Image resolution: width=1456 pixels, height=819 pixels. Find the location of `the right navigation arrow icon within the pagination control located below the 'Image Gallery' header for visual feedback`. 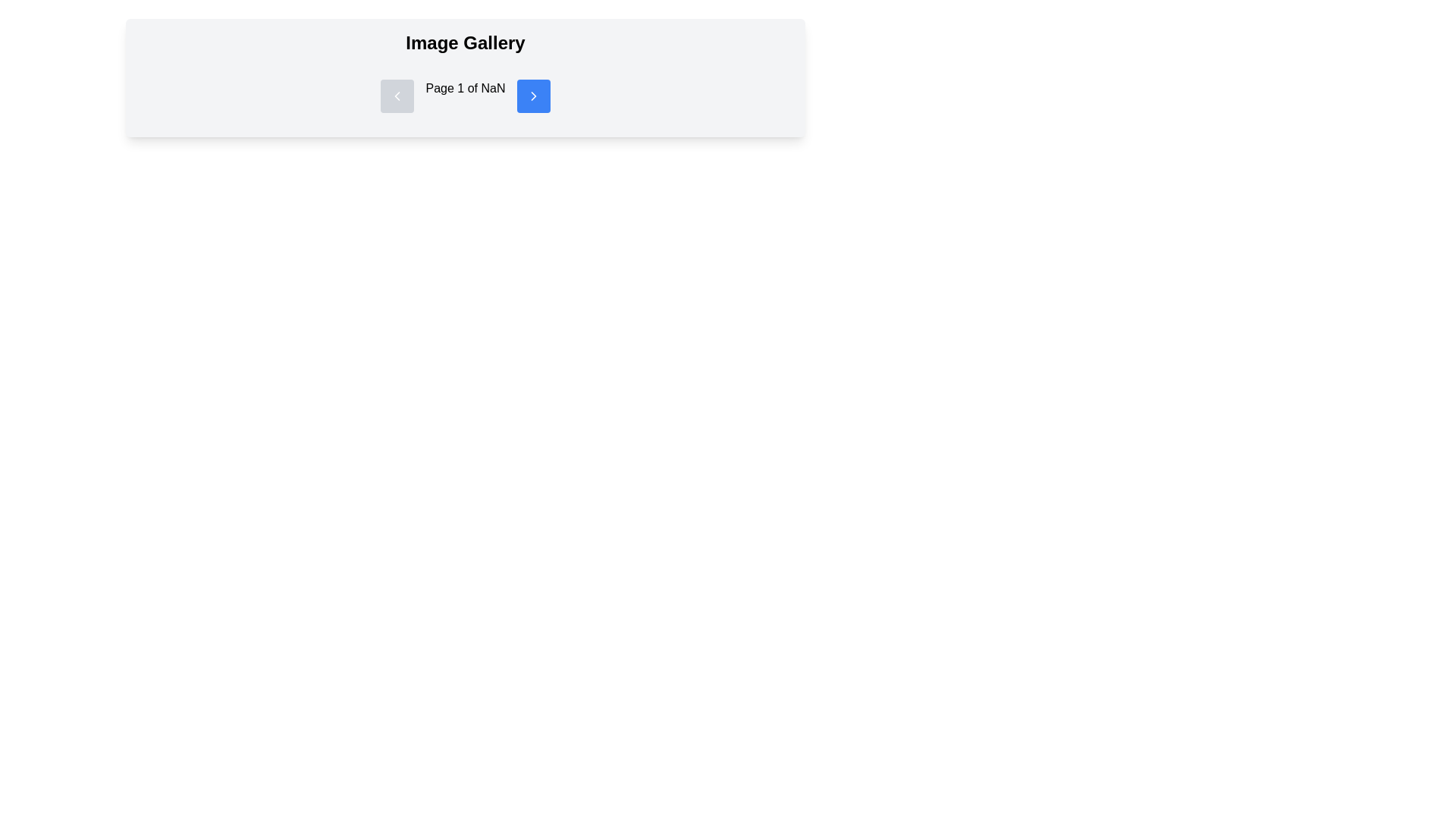

the right navigation arrow icon within the pagination control located below the 'Image Gallery' header for visual feedback is located at coordinates (534, 96).